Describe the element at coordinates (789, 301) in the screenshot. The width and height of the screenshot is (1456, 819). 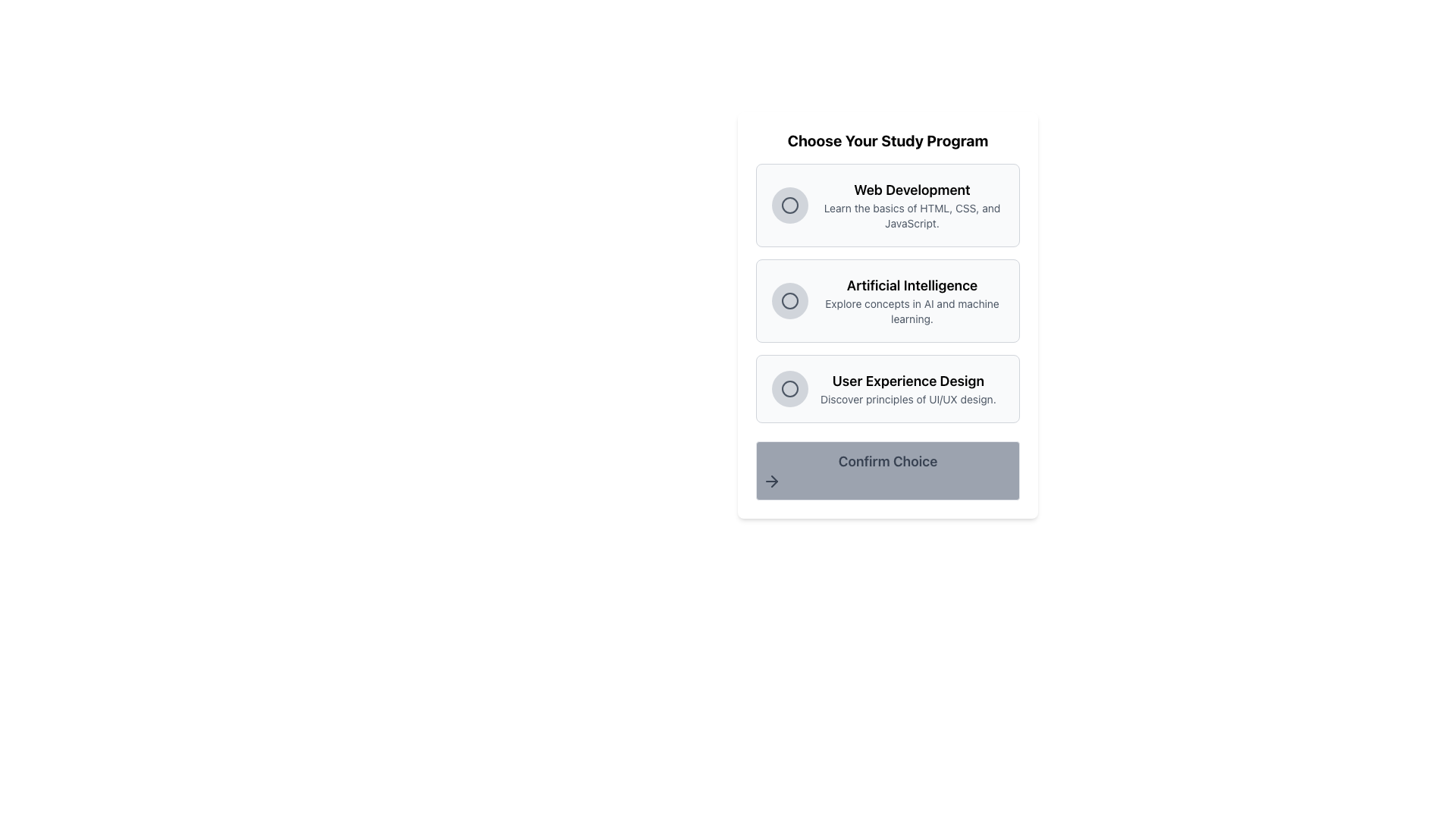
I see `the radio button icon located to the left of the 'Artificial Intelligence' option label` at that location.